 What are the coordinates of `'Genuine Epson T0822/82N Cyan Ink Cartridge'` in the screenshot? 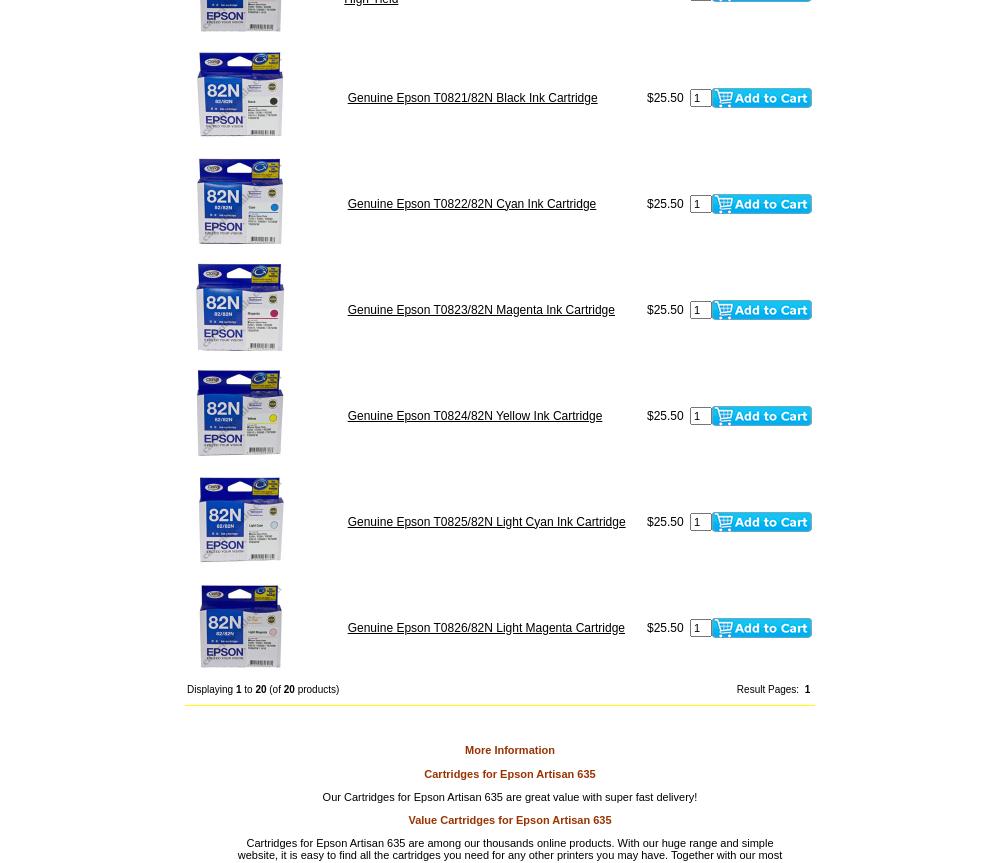 It's located at (346, 202).